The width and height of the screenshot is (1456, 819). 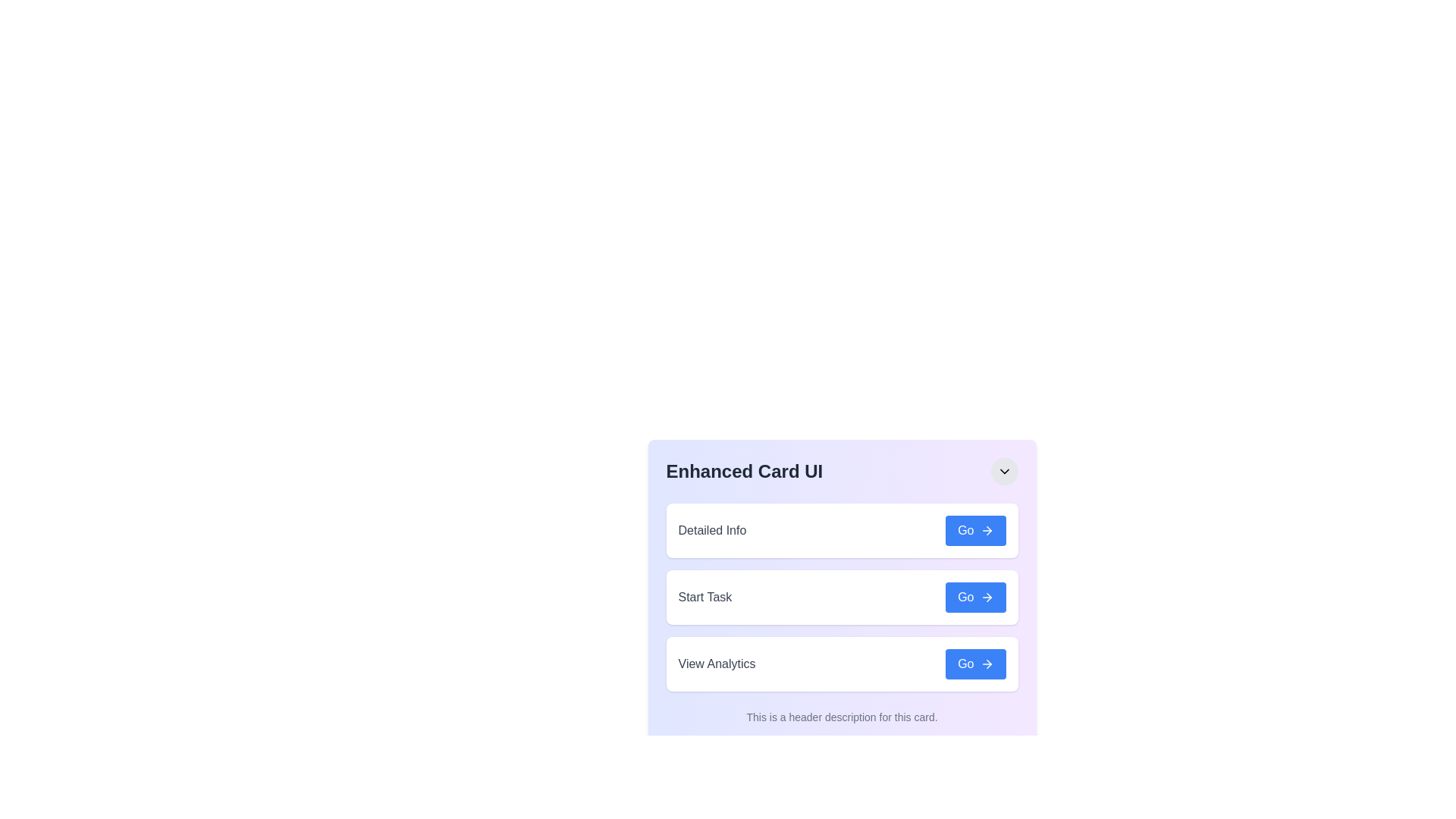 I want to click on the rightward-pointing arrow icon located in the third button row titled 'View Analytics' within the card interface, so click(x=989, y=663).